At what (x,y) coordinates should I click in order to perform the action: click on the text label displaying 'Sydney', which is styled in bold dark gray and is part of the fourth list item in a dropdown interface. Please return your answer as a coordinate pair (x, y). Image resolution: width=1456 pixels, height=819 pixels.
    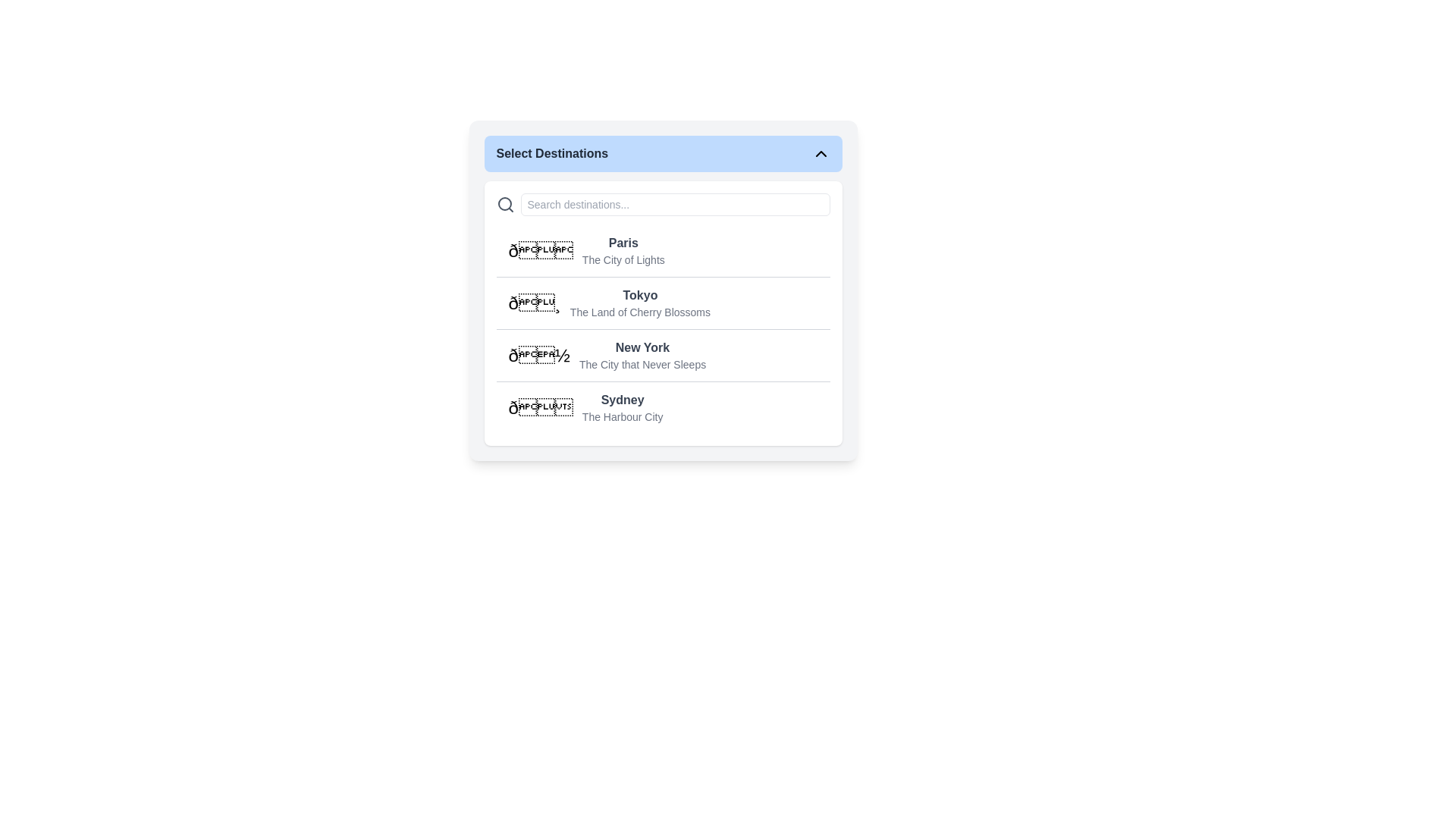
    Looking at the image, I should click on (623, 400).